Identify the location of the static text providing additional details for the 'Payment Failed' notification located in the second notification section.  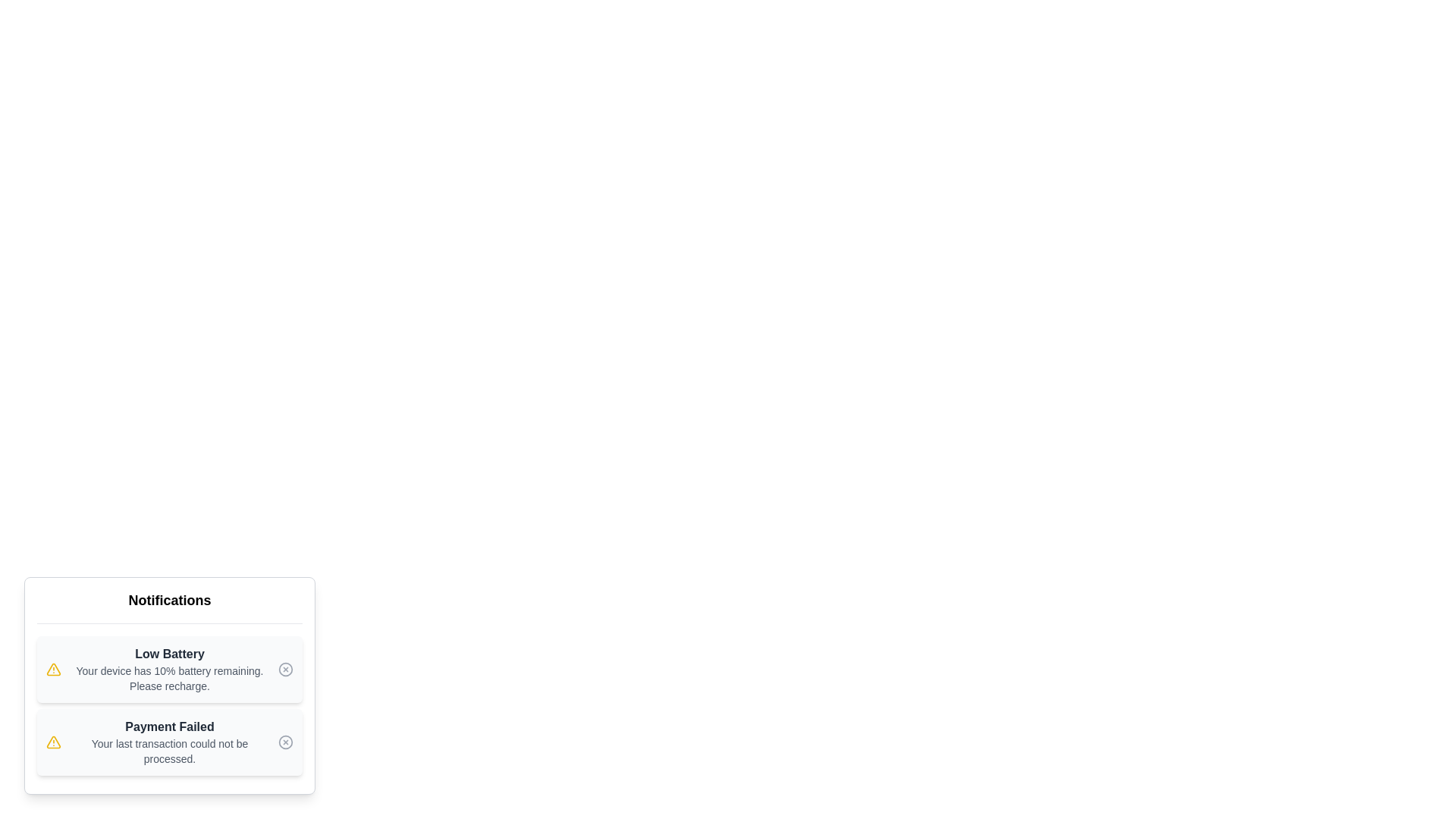
(170, 752).